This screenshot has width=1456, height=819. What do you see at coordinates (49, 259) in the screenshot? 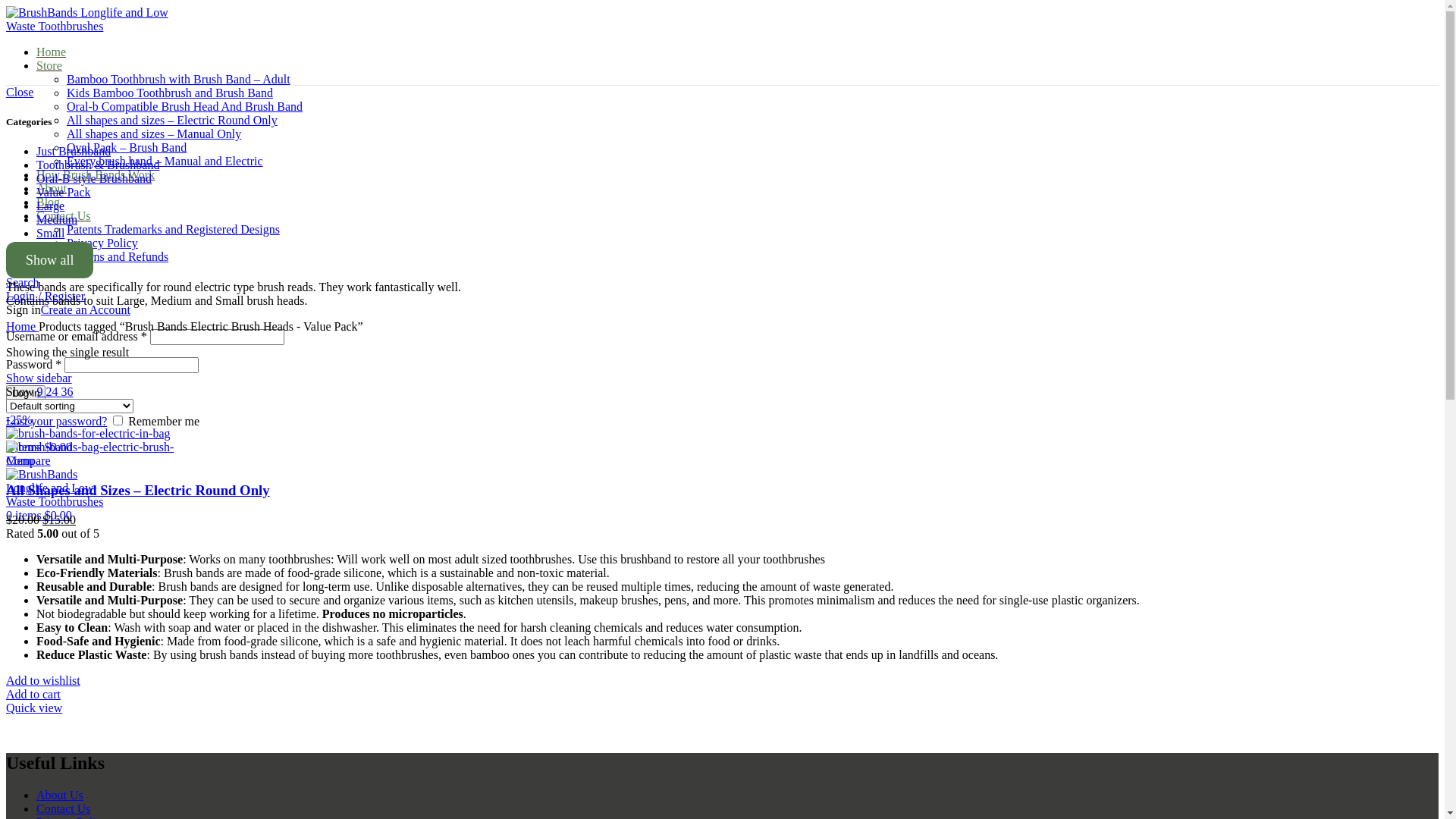
I see `'Show all'` at bounding box center [49, 259].